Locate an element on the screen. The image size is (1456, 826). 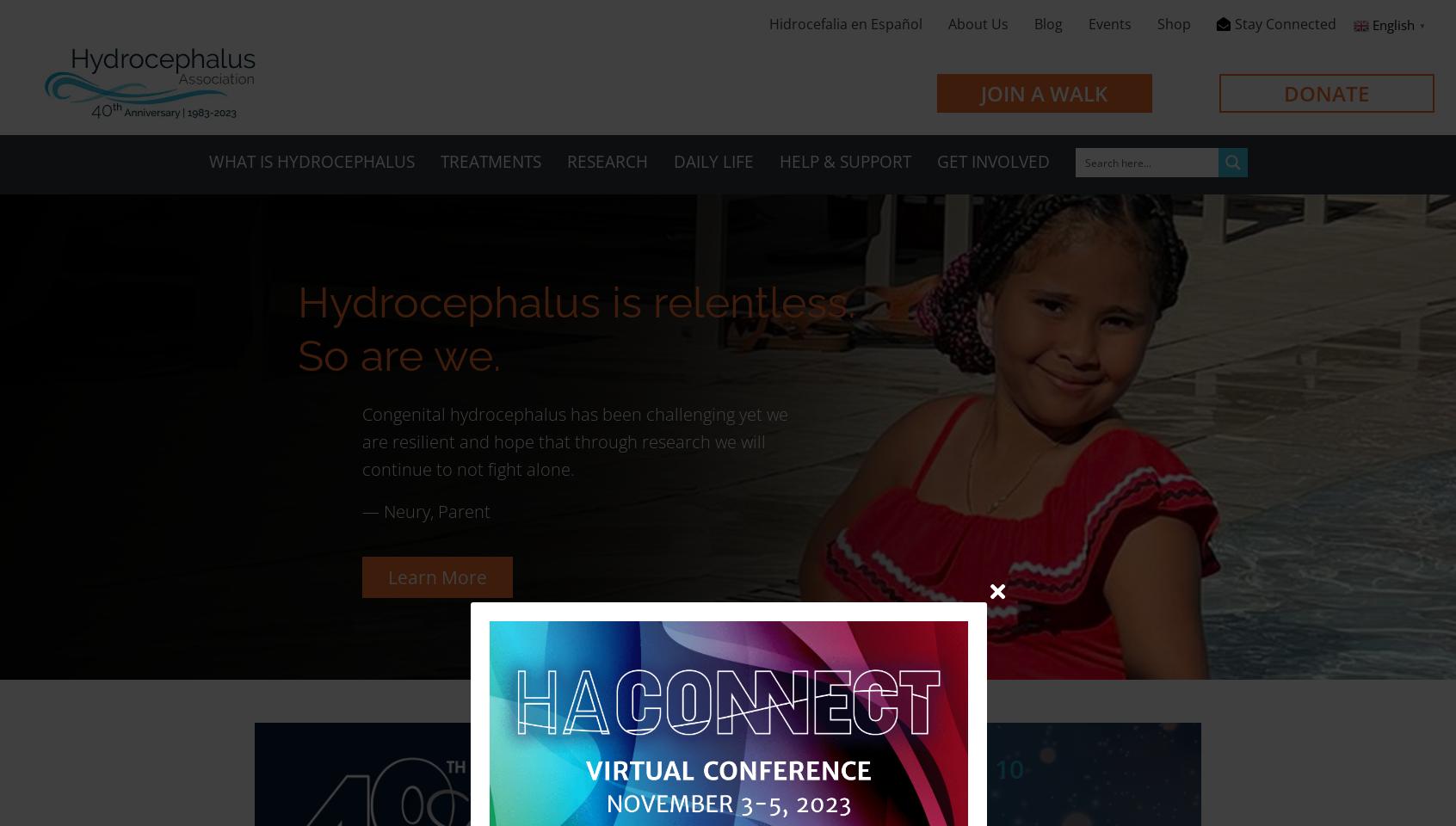
'About Us' is located at coordinates (978, 23).